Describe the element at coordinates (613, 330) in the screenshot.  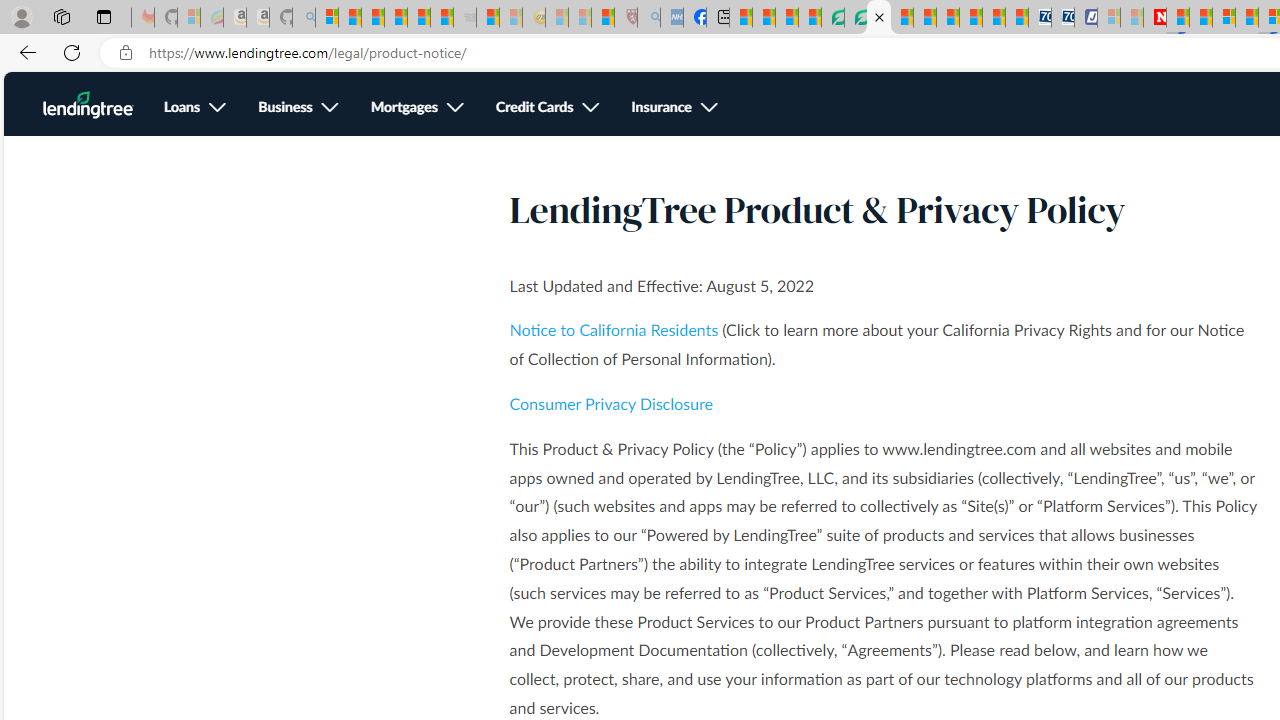
I see `'Notice to California Residents'` at that location.